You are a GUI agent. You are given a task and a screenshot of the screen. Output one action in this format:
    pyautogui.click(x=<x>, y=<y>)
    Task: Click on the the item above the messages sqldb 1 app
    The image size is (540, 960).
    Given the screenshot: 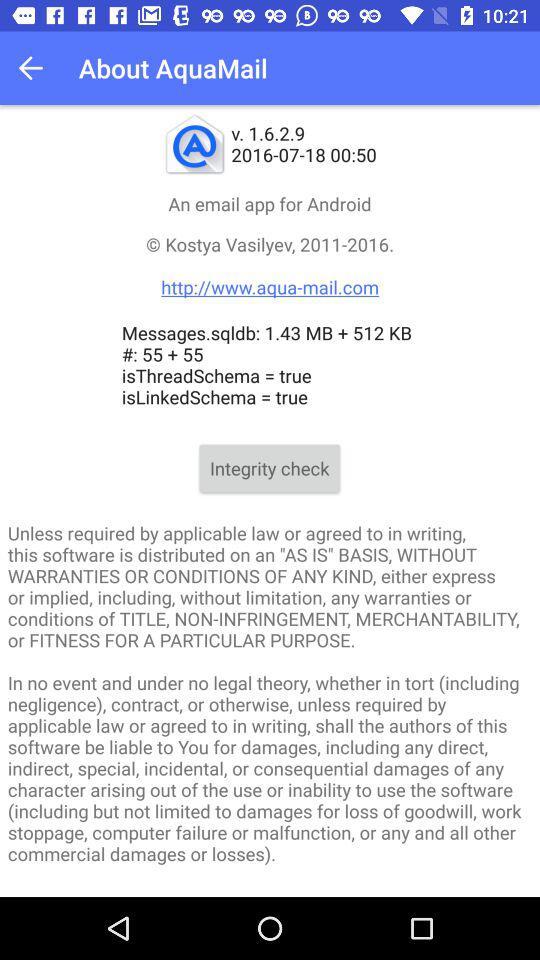 What is the action you would take?
    pyautogui.click(x=270, y=264)
    